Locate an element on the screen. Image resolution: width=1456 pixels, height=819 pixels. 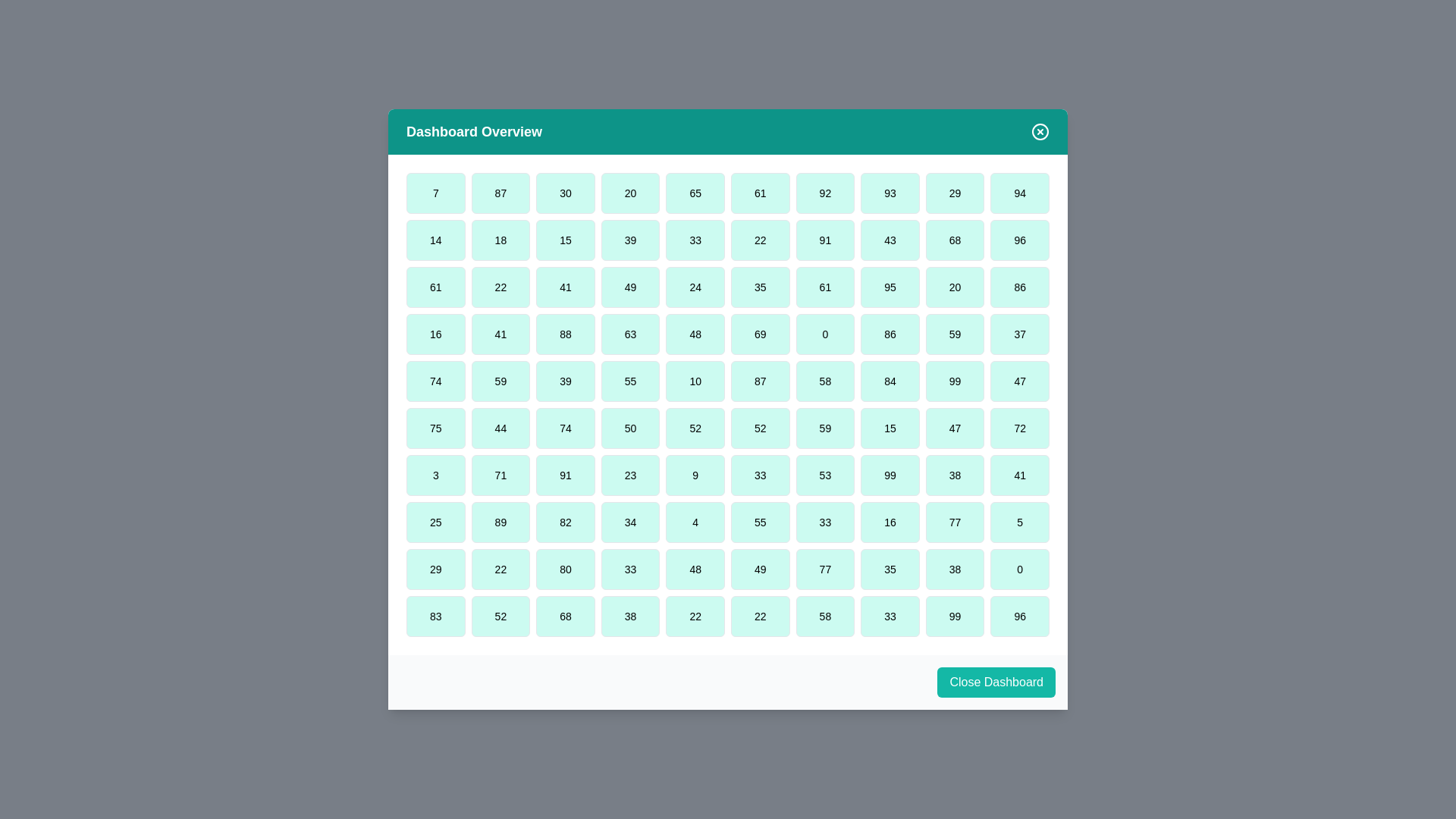
the close button in the header to close the dialog is located at coordinates (1040, 130).